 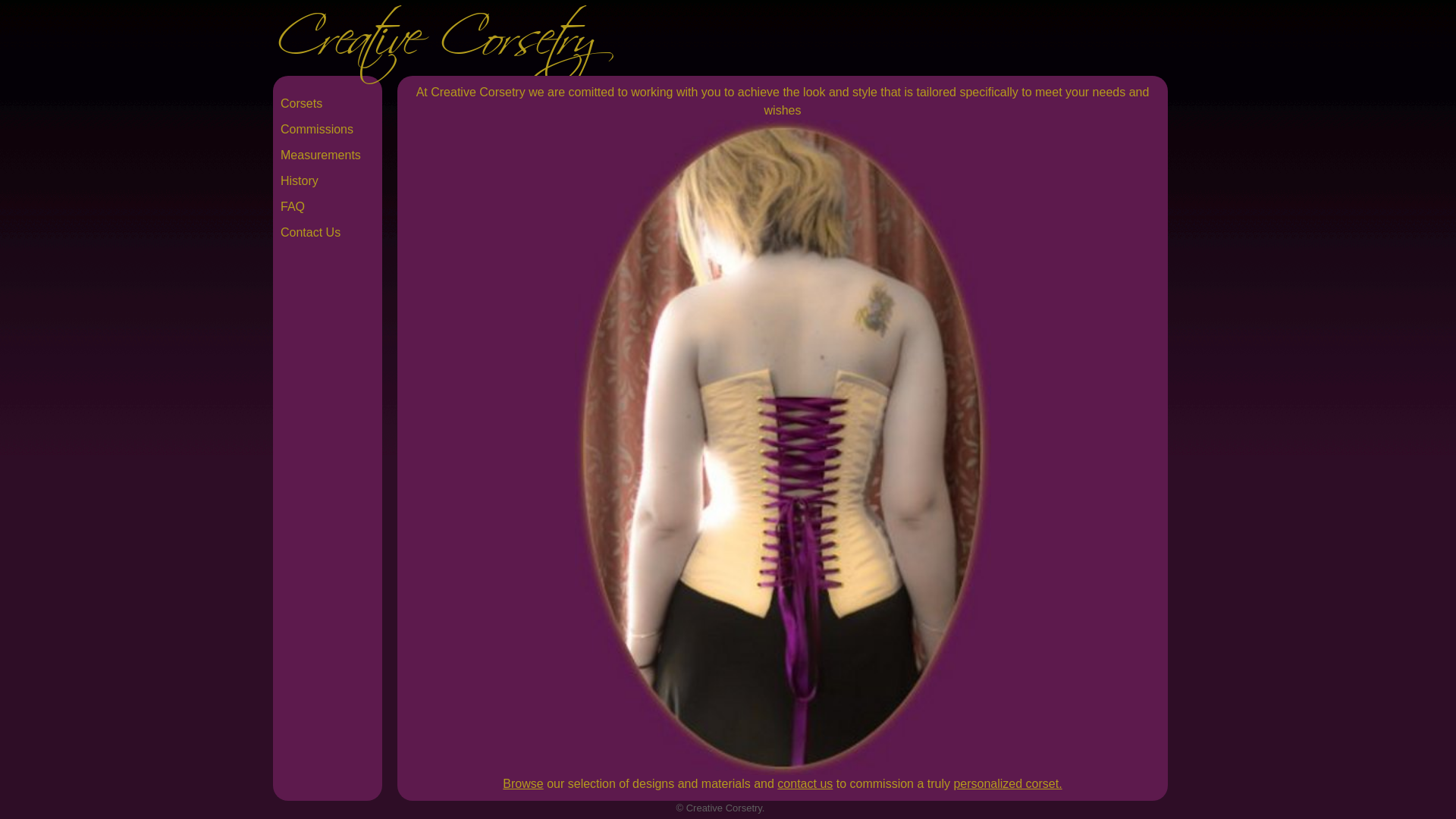 What do you see at coordinates (522, 783) in the screenshot?
I see `'Browse'` at bounding box center [522, 783].